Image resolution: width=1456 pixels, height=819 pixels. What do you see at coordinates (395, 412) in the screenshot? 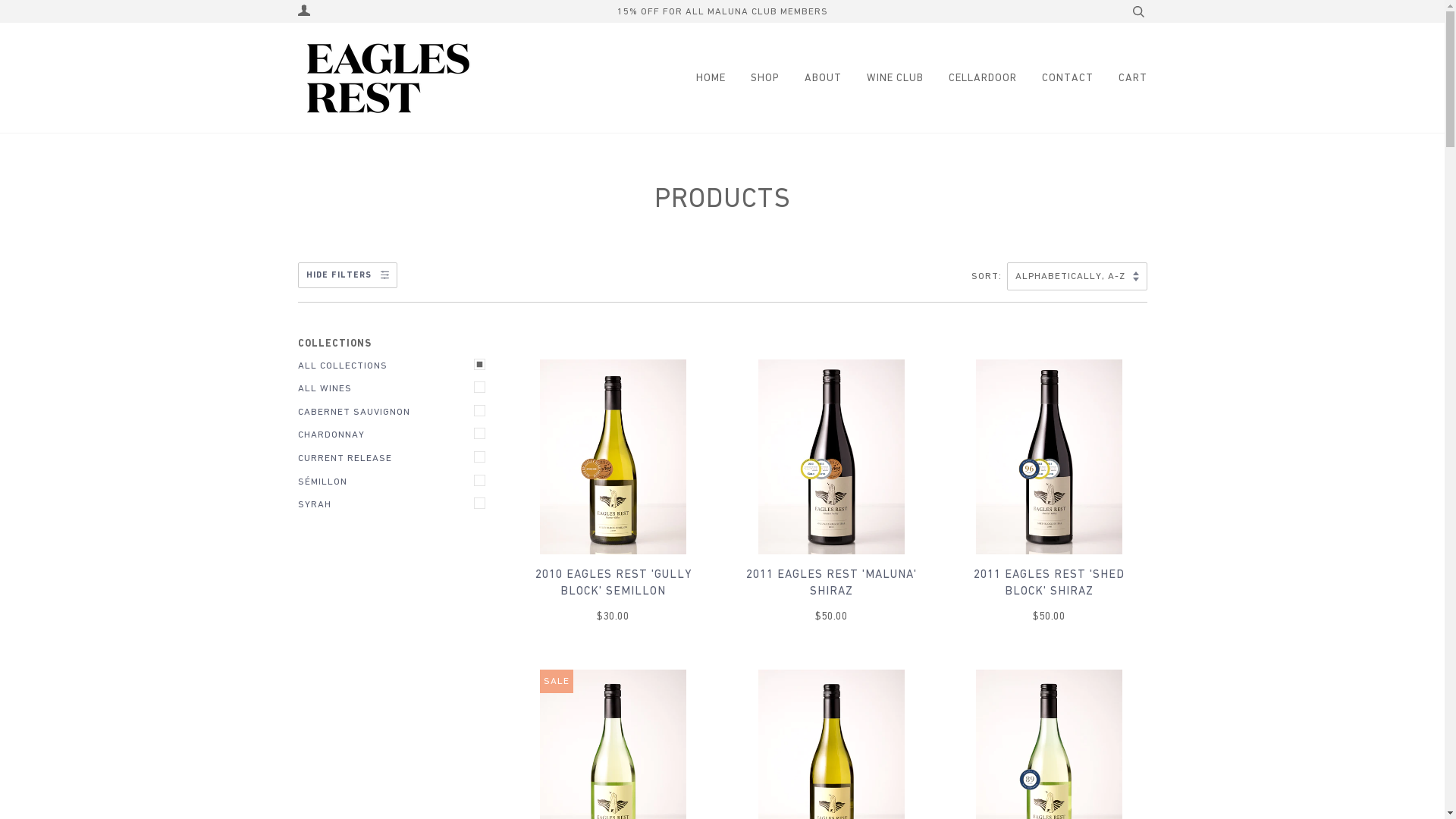
I see `'CABERNET SAUVIGNON'` at bounding box center [395, 412].